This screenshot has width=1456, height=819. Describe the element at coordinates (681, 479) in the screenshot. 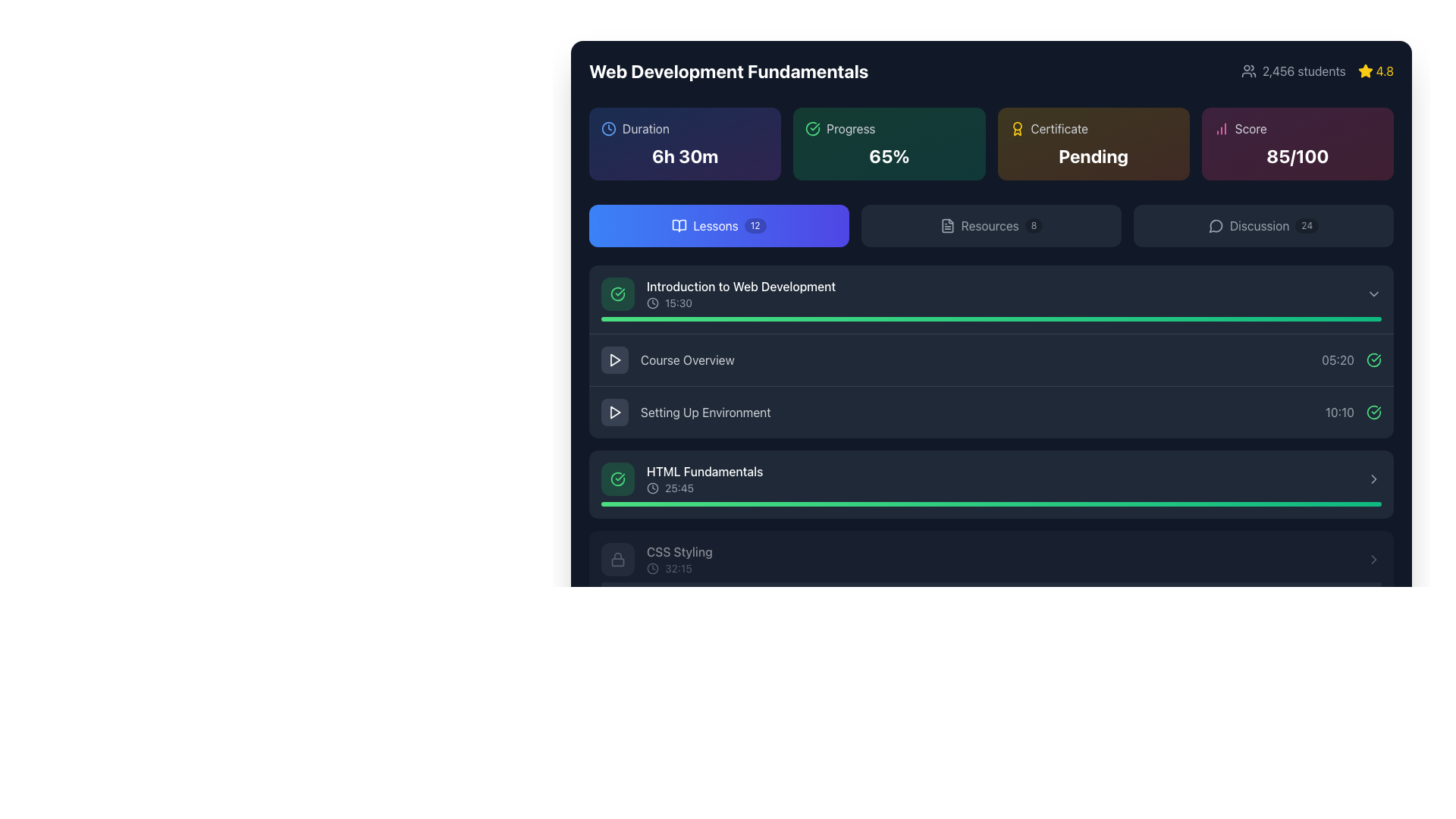

I see `the fourth lesson item in the 'Lessons' section, which displays the title and duration of the lesson along with a green check mark icon indicating completion status` at that location.